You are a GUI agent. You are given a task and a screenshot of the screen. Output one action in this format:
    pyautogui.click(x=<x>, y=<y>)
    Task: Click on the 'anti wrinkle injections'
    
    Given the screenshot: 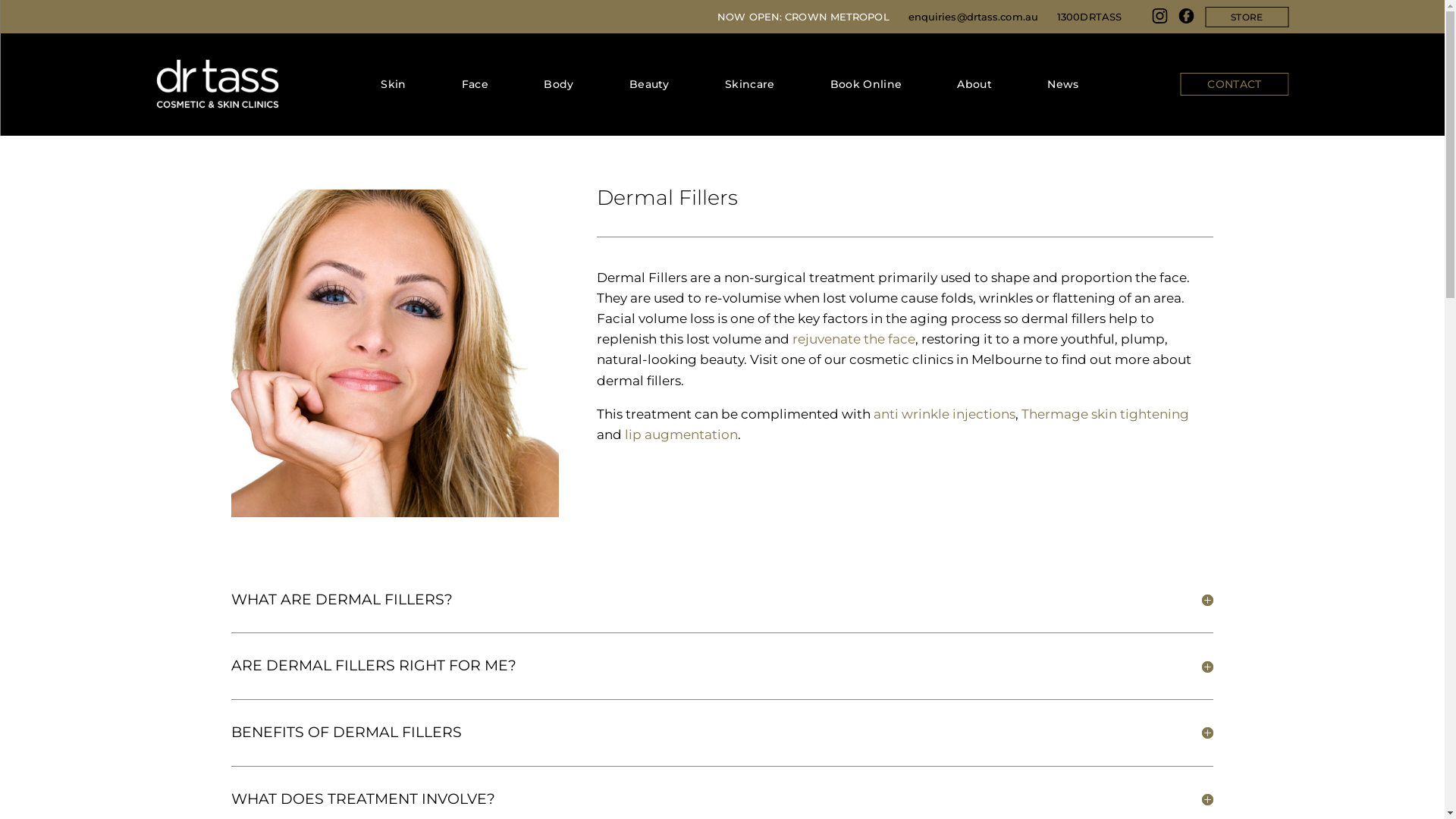 What is the action you would take?
    pyautogui.click(x=943, y=414)
    